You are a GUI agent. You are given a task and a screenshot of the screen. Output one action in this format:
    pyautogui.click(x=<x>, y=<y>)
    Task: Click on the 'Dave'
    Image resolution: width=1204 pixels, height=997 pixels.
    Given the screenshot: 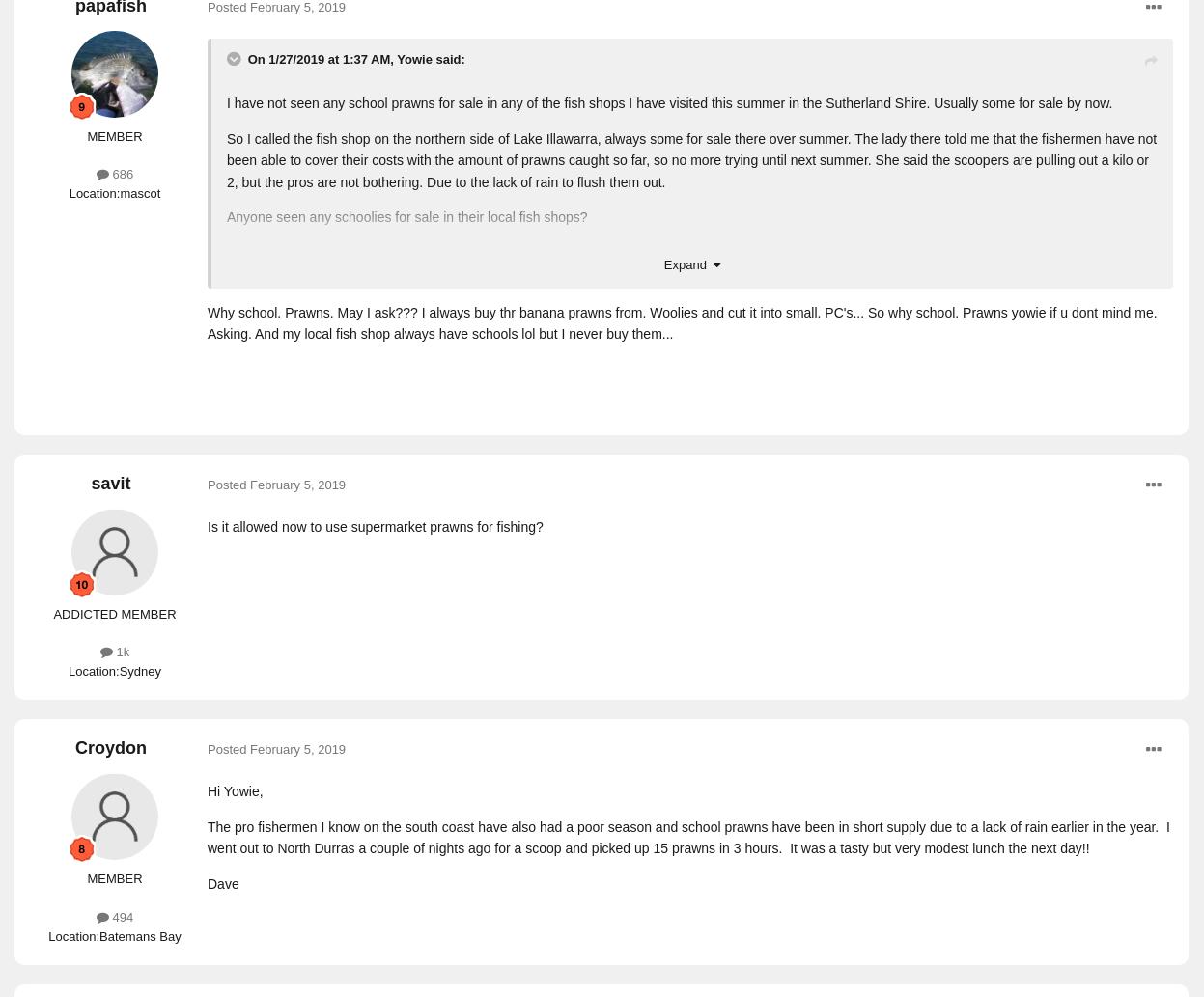 What is the action you would take?
    pyautogui.click(x=222, y=882)
    